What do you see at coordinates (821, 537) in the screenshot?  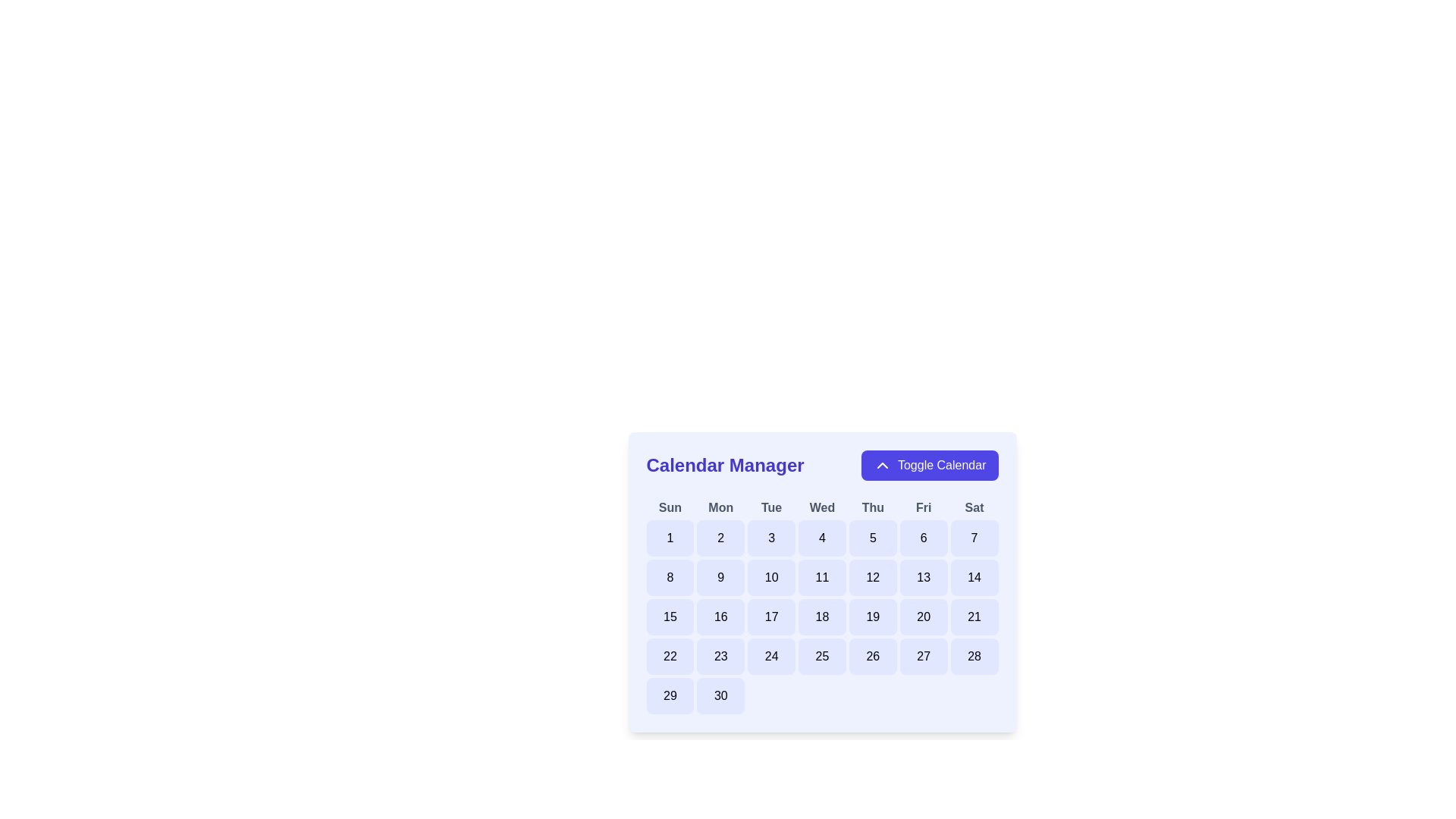 I see `the button displaying the number '4'` at bounding box center [821, 537].